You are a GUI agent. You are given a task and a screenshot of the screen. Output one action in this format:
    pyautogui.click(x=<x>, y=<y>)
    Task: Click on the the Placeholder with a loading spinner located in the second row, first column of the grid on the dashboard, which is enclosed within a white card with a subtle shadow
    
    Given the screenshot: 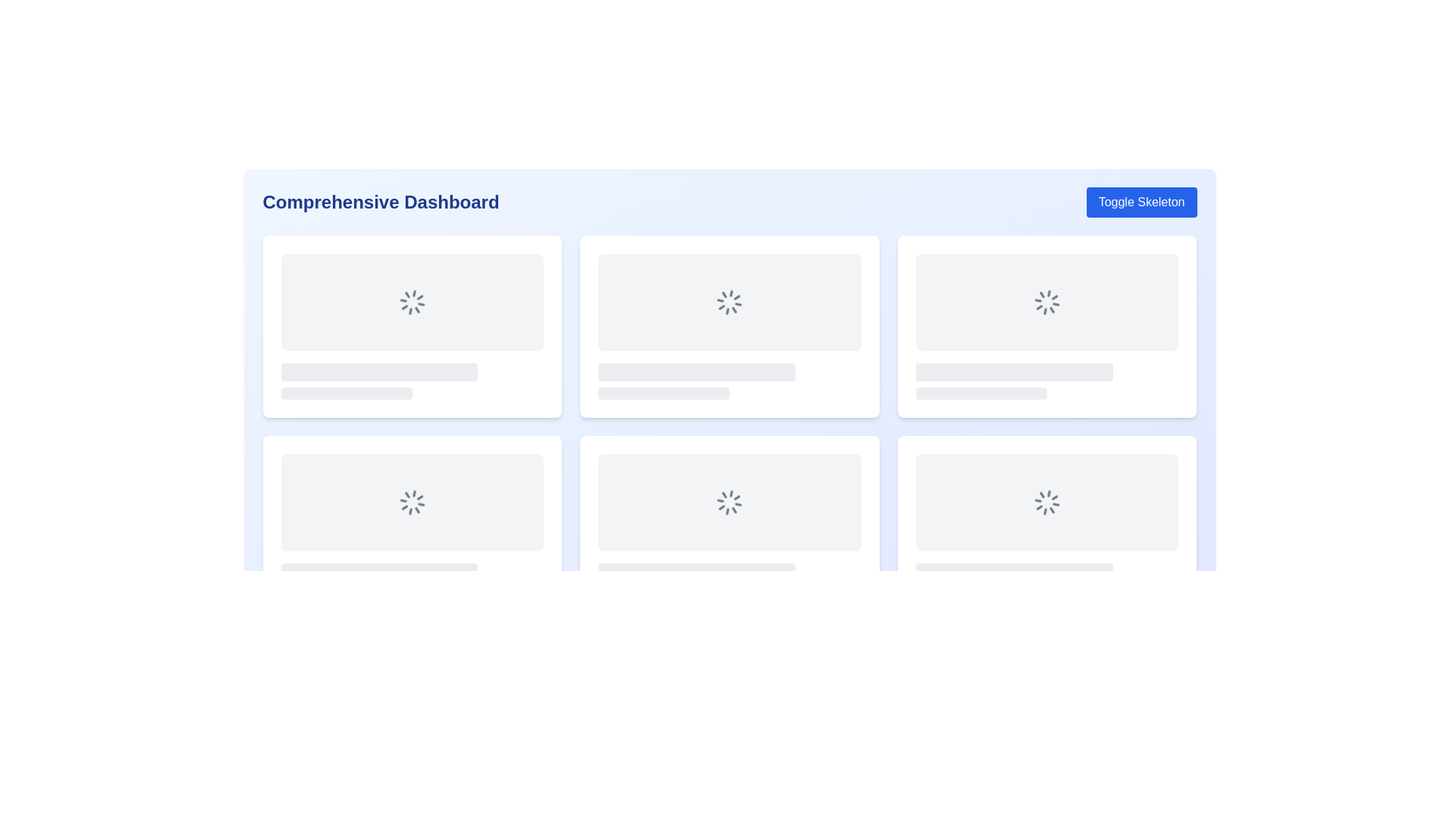 What is the action you would take?
    pyautogui.click(x=412, y=503)
    